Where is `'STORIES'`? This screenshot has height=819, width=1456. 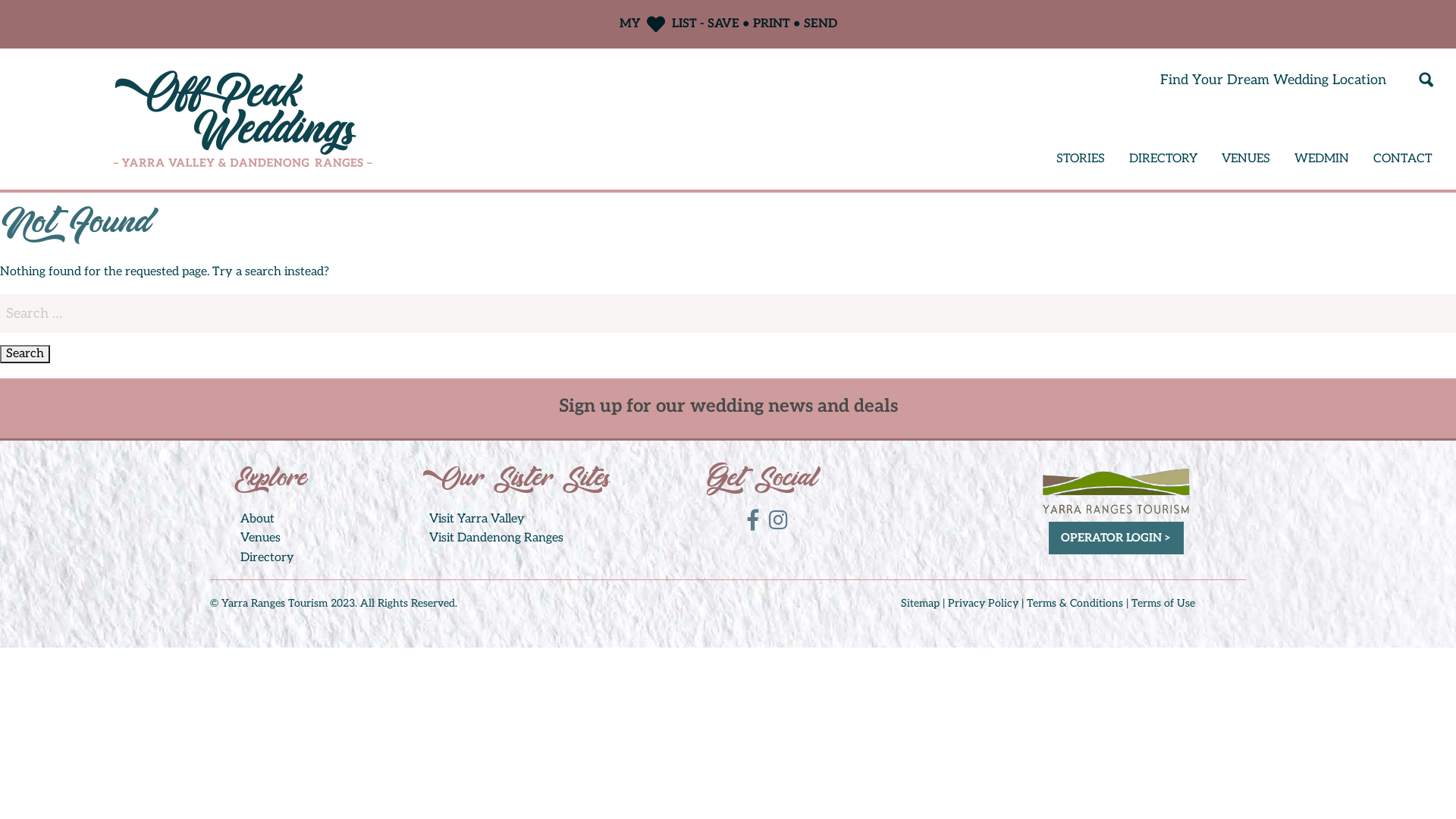 'STORIES' is located at coordinates (1080, 158).